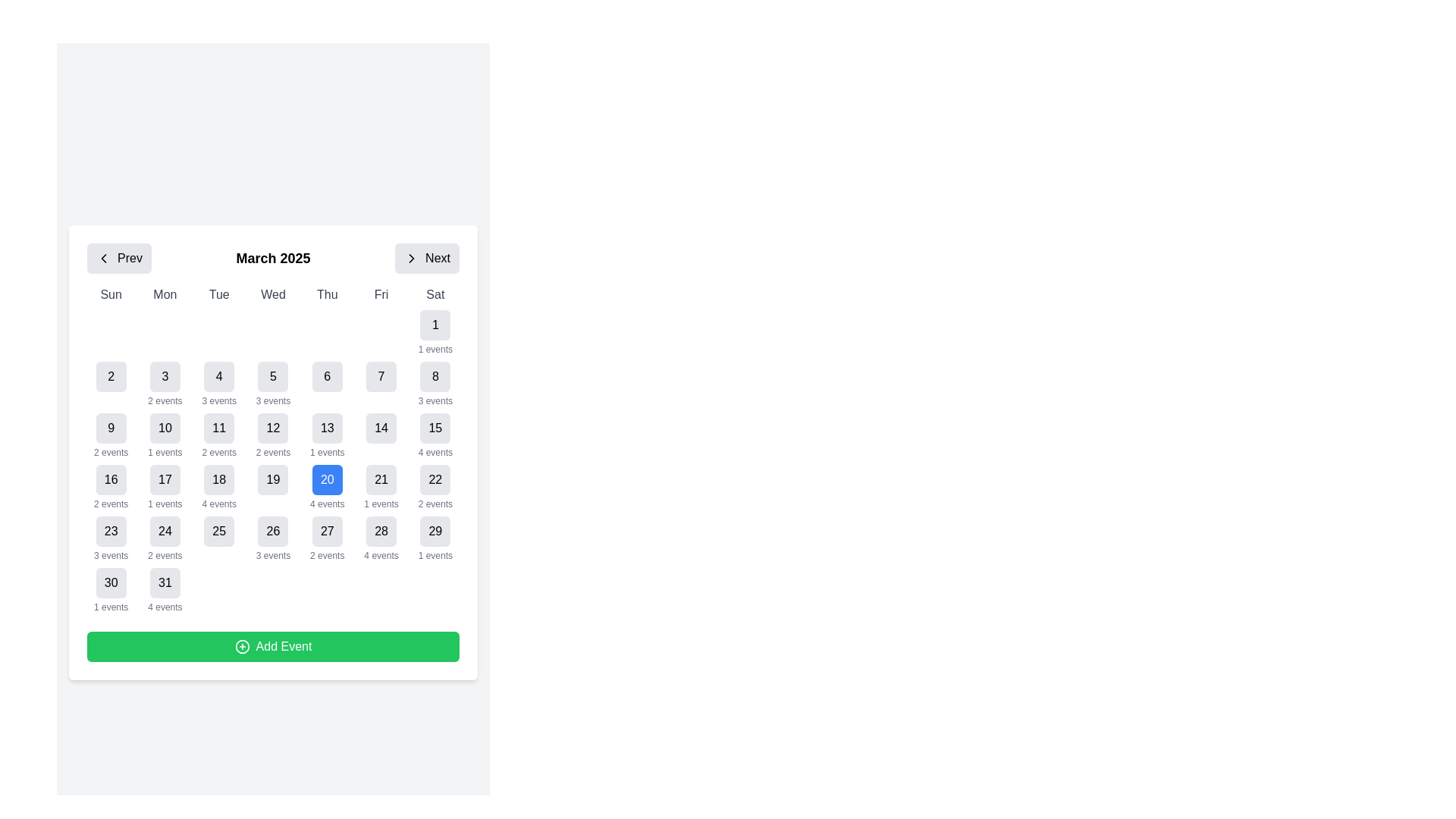 The height and width of the screenshot is (819, 1456). Describe the element at coordinates (165, 295) in the screenshot. I see `the Text label that represents 'Monday', the second day of the week in the calendar header, positioned under the month and year header 'March 2025'` at that location.